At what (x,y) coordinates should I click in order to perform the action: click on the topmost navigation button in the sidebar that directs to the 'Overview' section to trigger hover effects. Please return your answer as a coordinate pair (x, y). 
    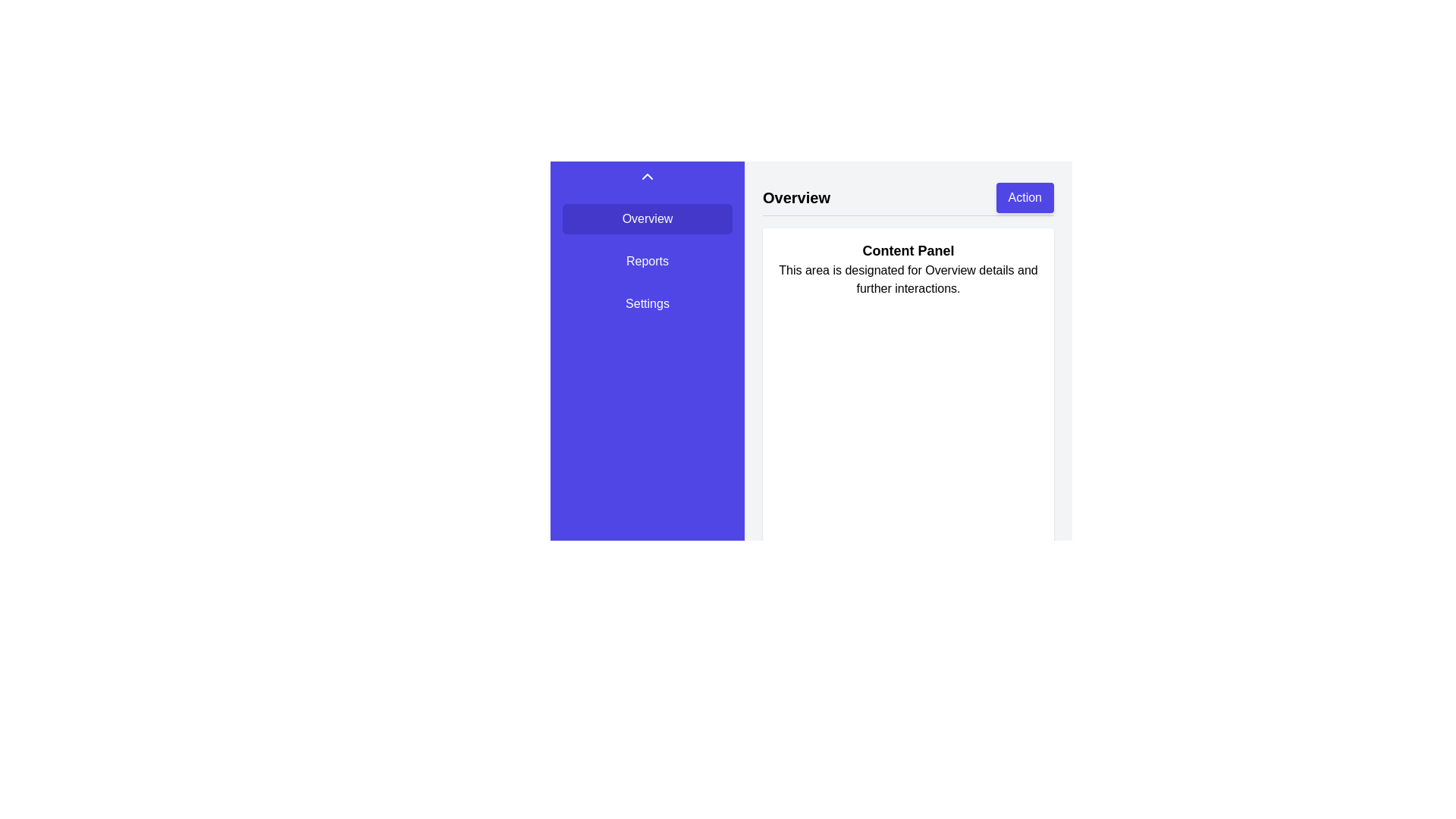
    Looking at the image, I should click on (648, 219).